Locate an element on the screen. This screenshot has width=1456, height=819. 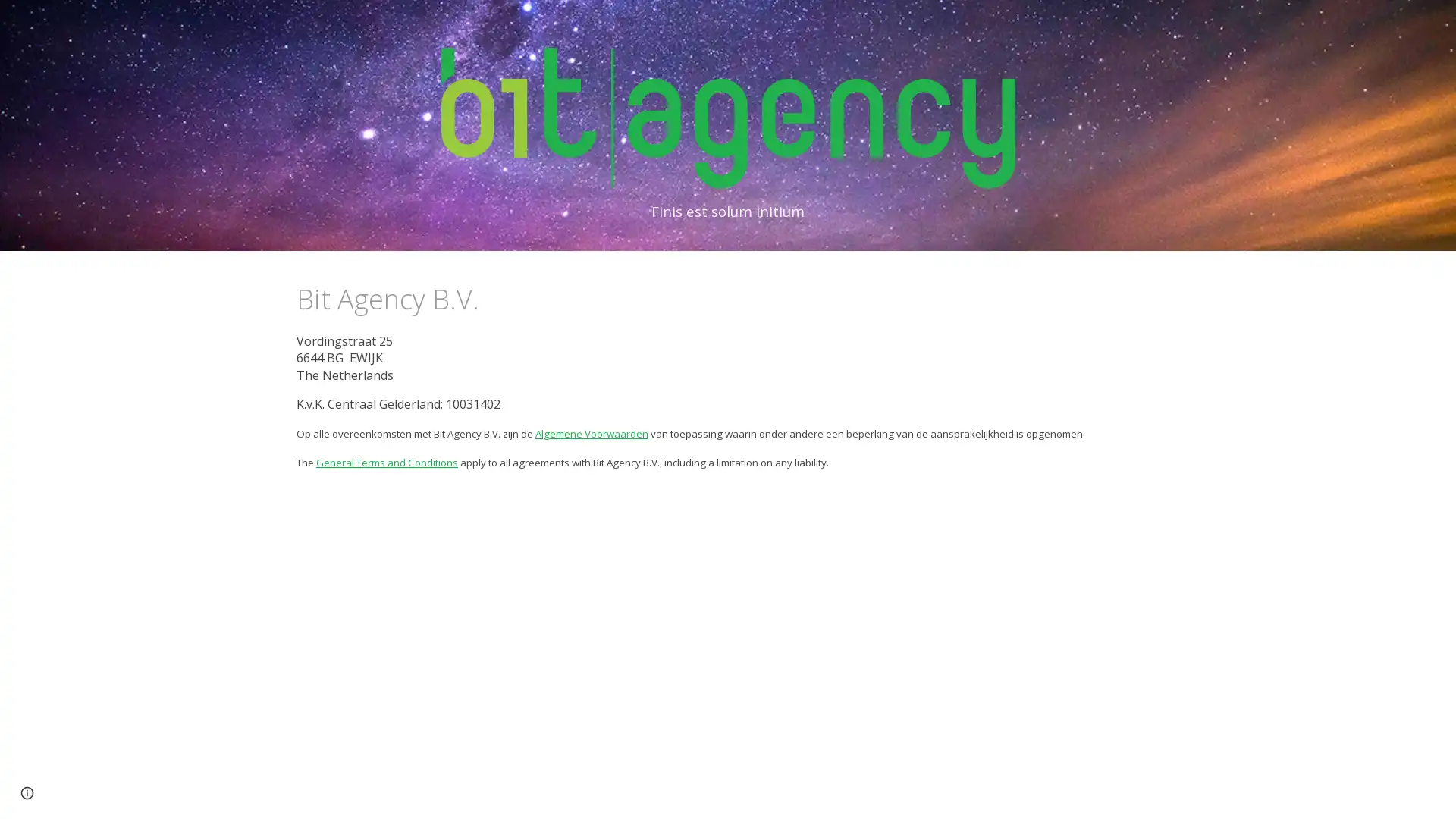
Report abuse is located at coordinates (118, 792).